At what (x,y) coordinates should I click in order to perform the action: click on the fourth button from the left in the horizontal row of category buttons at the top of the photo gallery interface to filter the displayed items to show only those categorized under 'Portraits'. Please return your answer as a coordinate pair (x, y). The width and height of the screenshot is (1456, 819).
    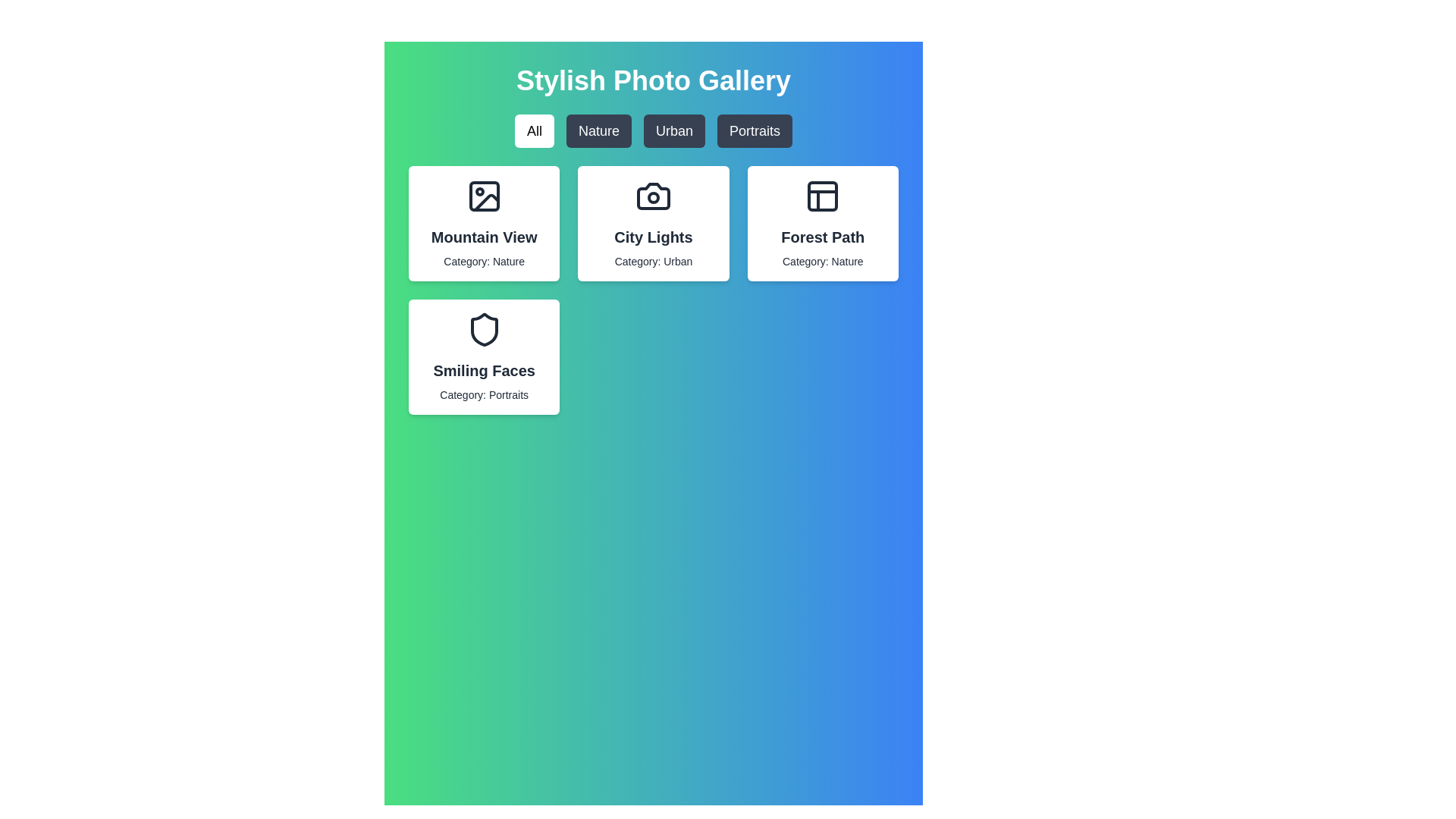
    Looking at the image, I should click on (755, 130).